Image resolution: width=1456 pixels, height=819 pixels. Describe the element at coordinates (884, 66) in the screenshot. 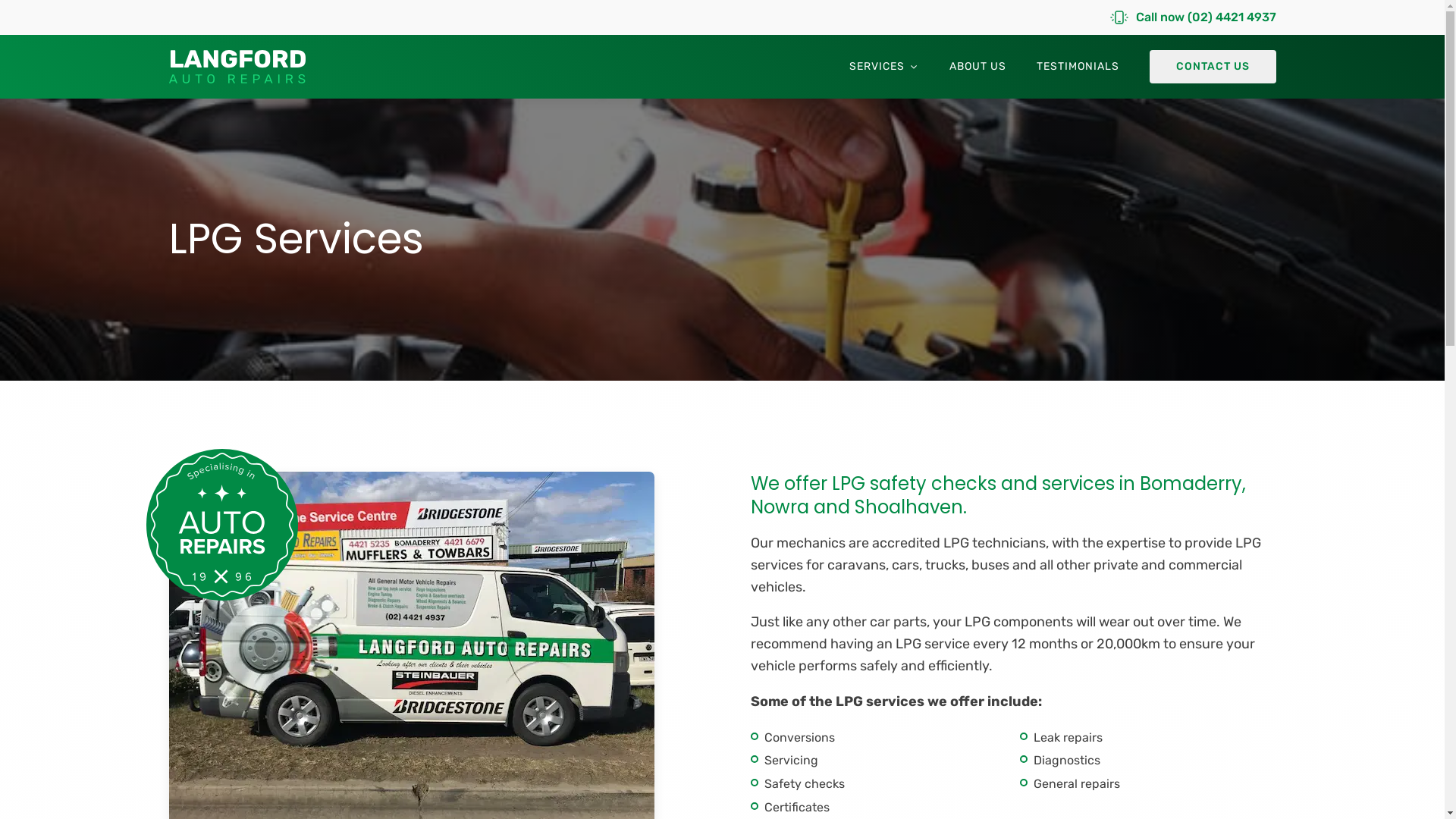

I see `'SERVICES'` at that location.